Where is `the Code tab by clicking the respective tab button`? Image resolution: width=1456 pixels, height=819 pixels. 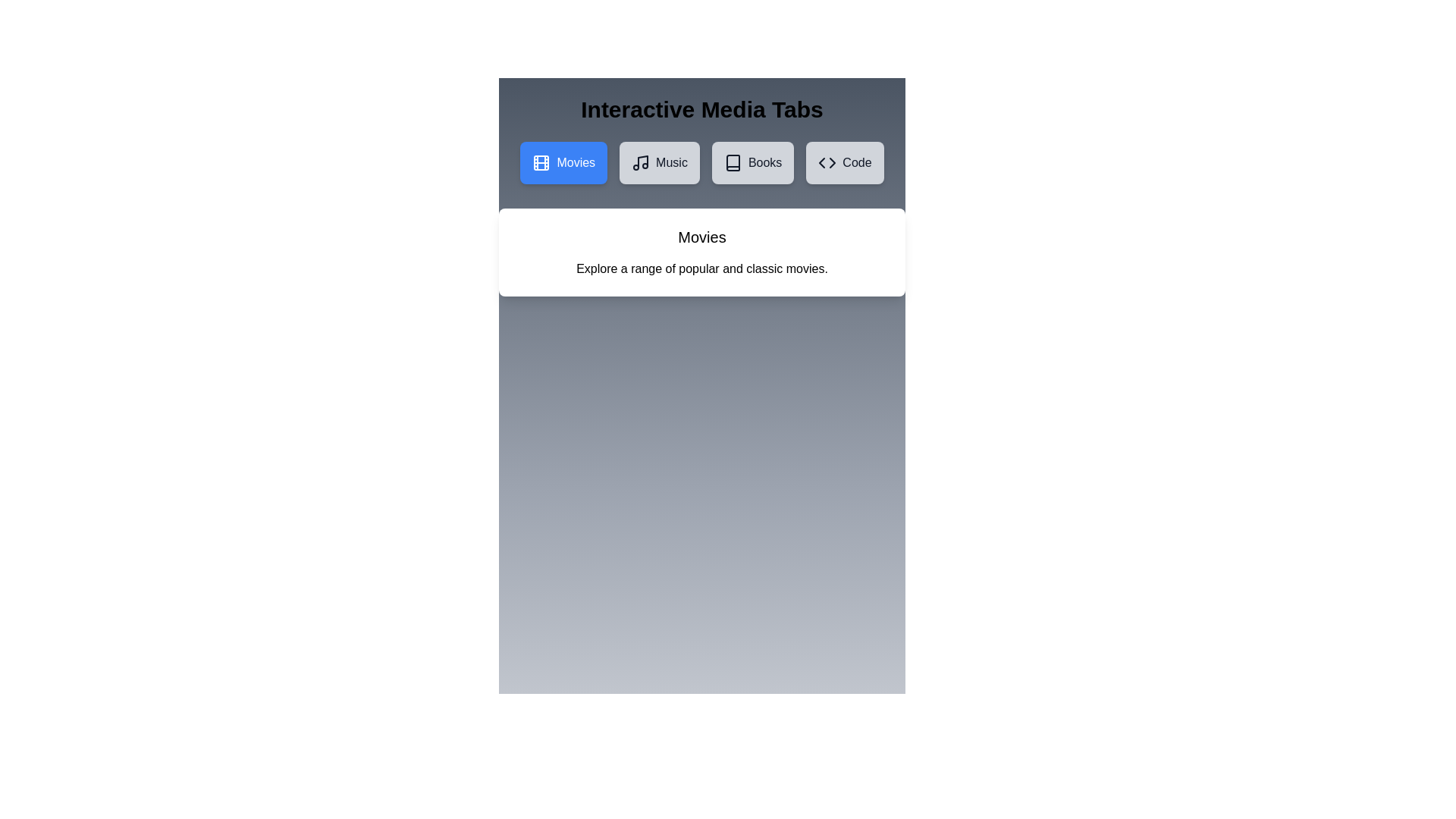
the Code tab by clicking the respective tab button is located at coordinates (844, 163).